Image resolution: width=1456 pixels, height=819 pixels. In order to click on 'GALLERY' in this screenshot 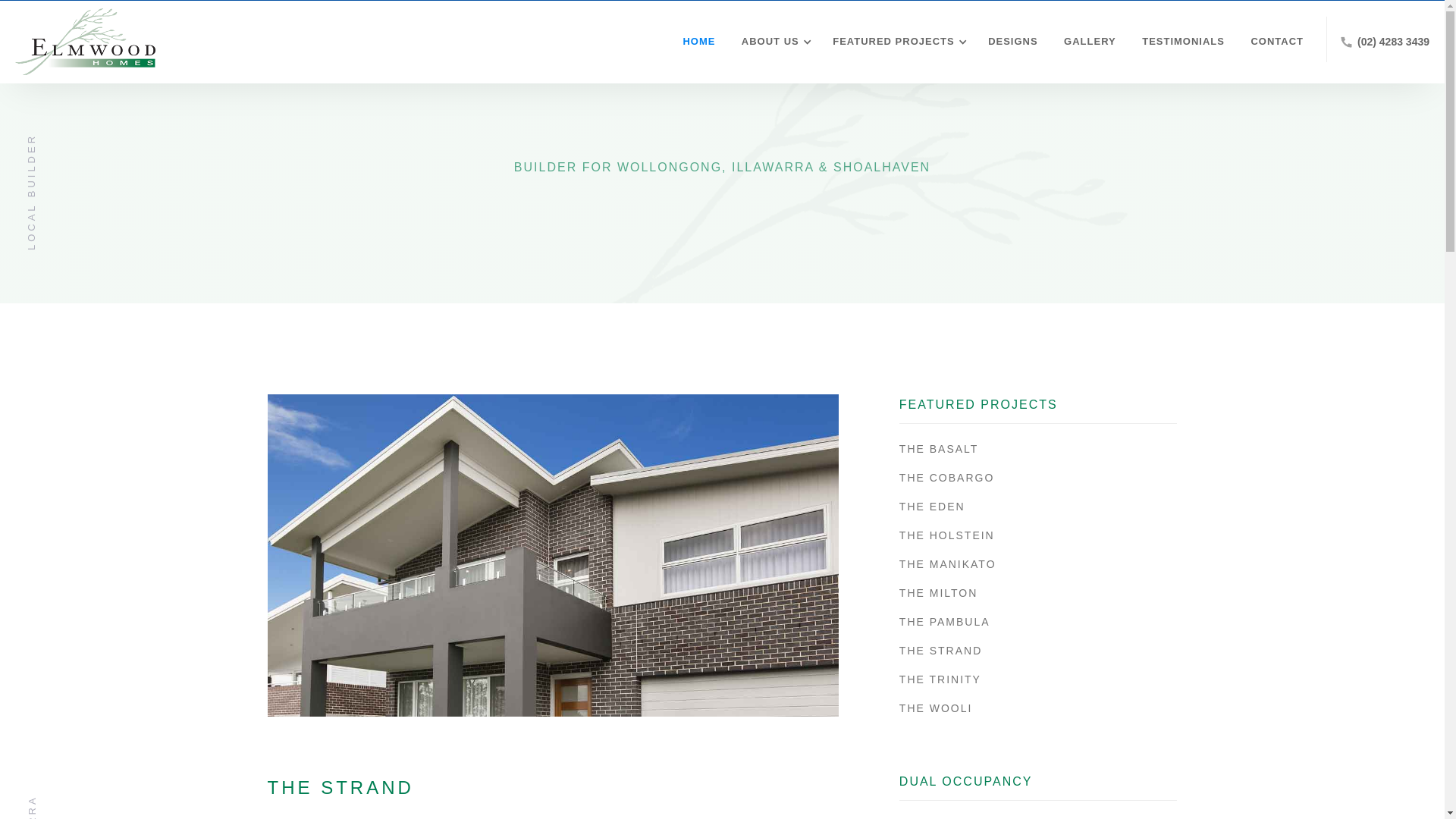, I will do `click(1085, 40)`.